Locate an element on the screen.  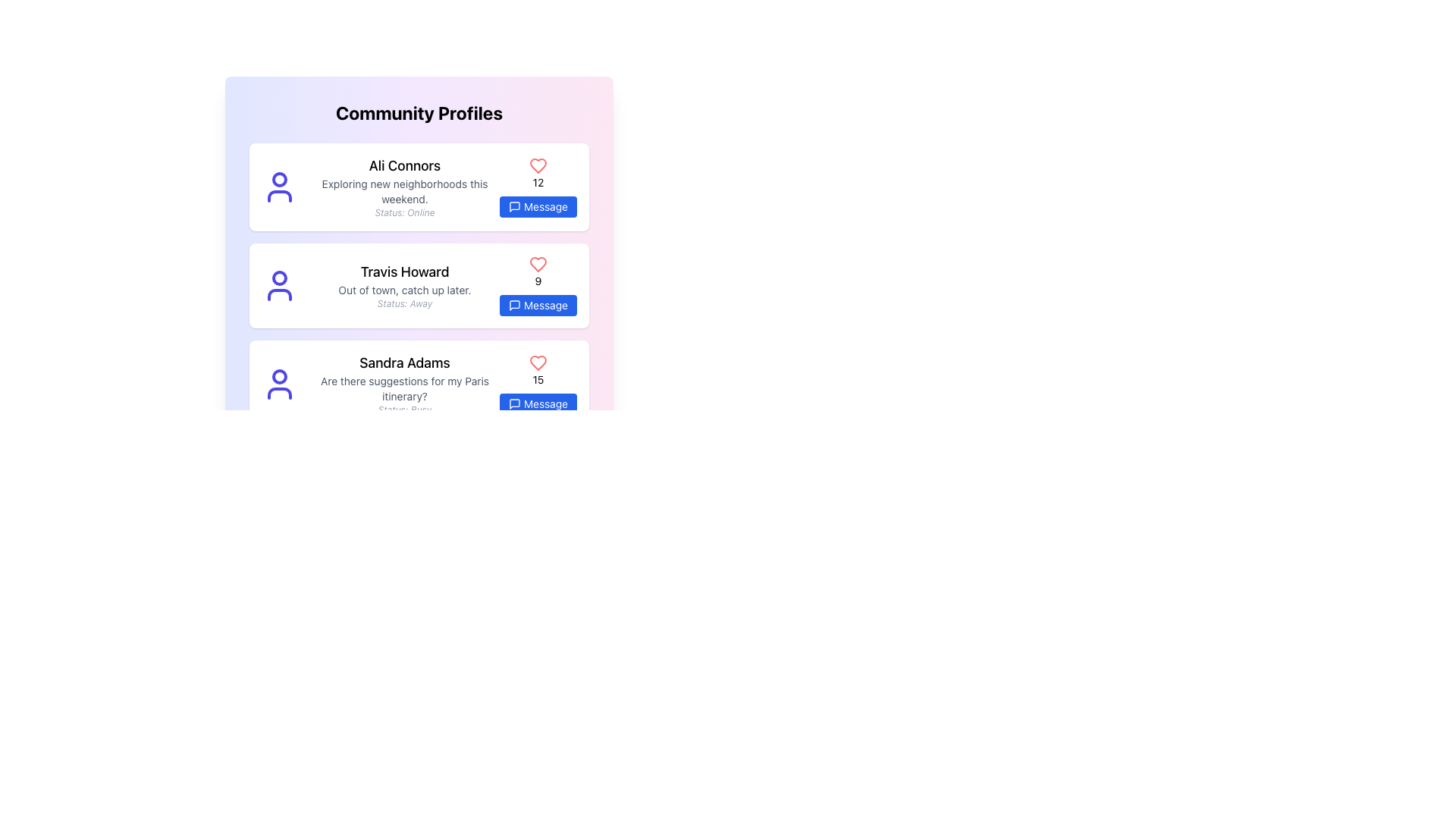
the 'Message' button, which is a rectangular button with rounded corners, blue background, white text, and a speech bubble icon, located in the second profile card at the lower-right adjacent to the likes count is located at coordinates (538, 305).